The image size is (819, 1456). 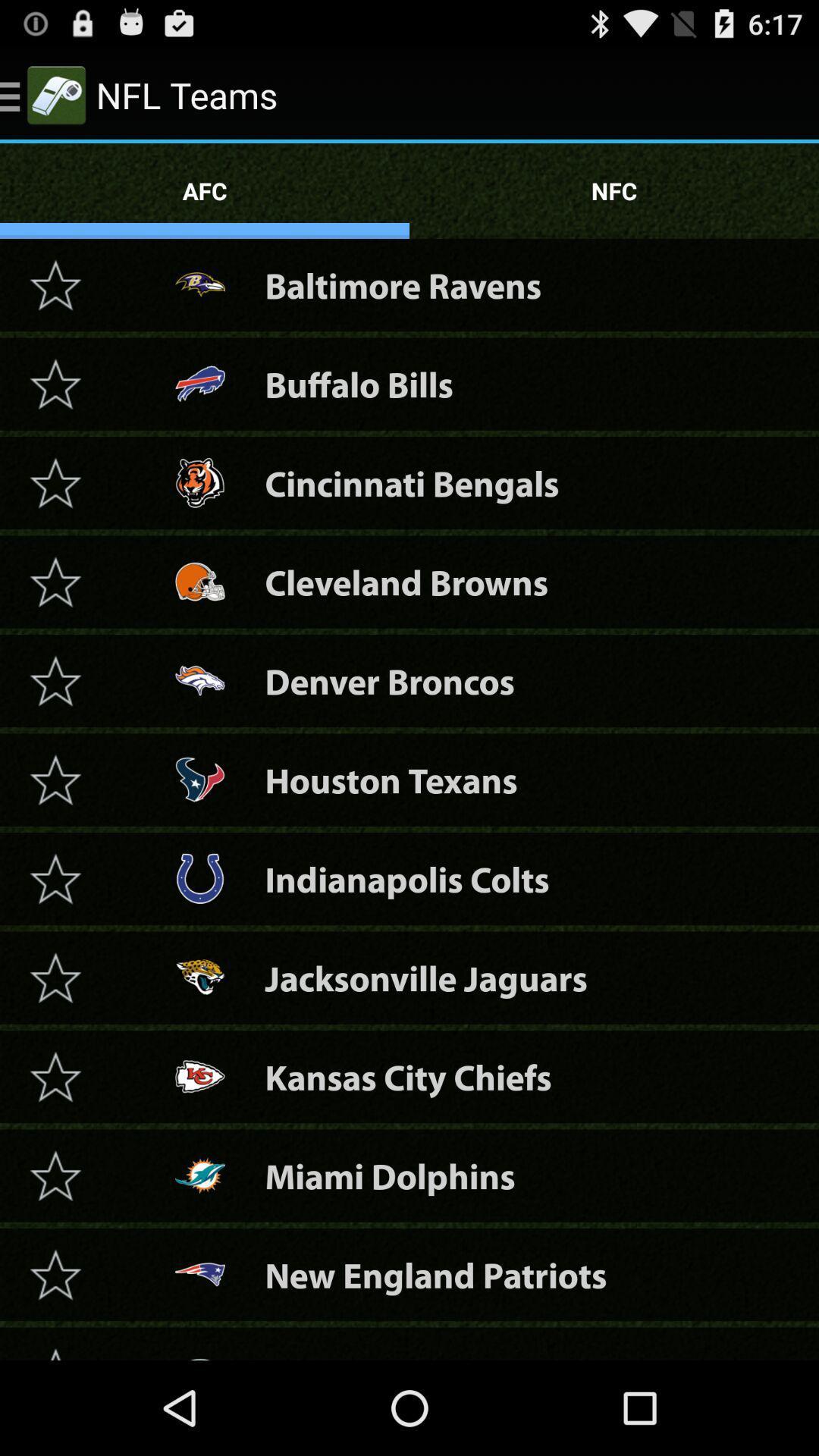 What do you see at coordinates (406, 581) in the screenshot?
I see `the item below cincinnati bengals app` at bounding box center [406, 581].